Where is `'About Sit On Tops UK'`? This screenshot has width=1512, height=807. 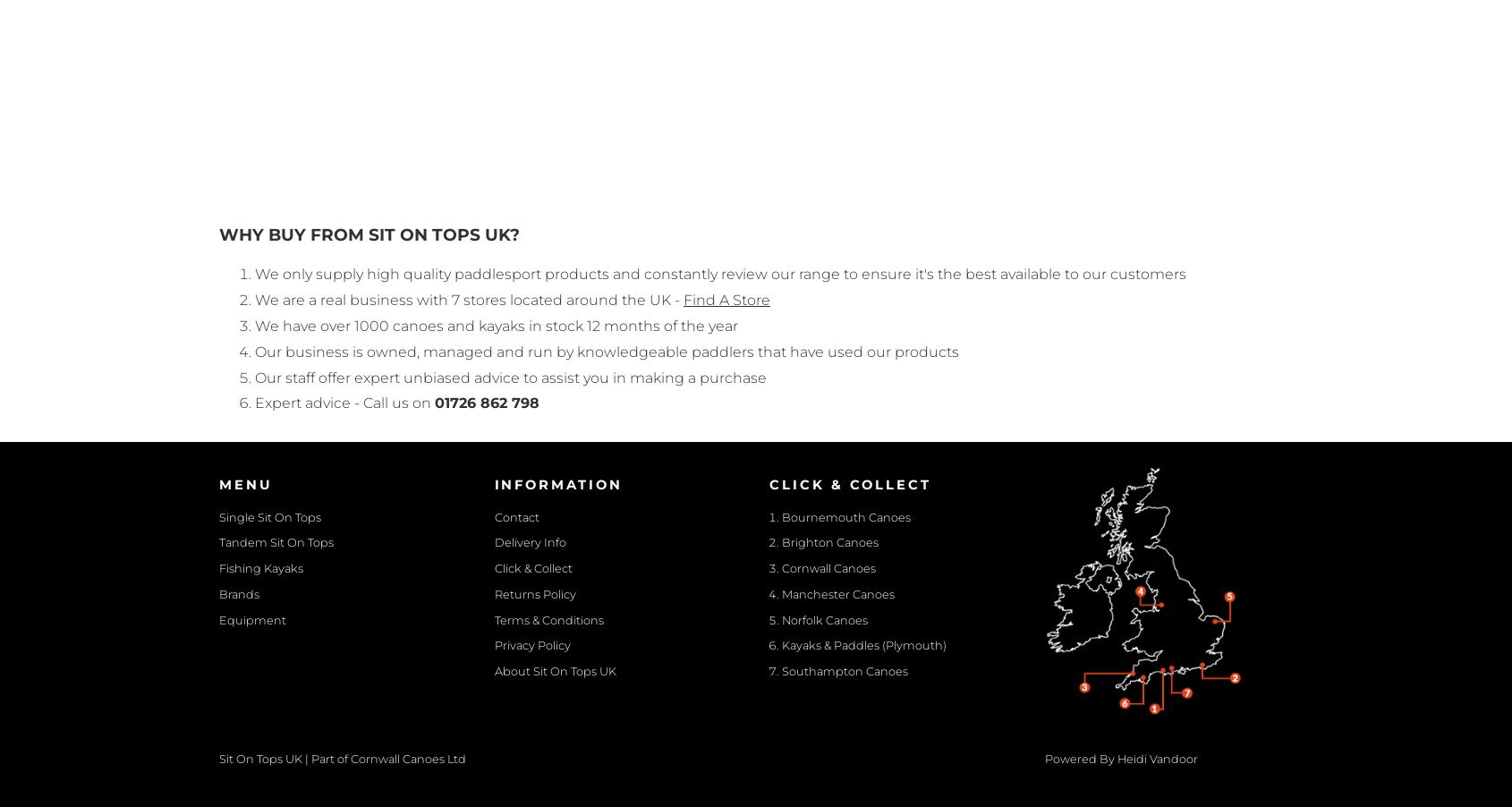 'About Sit On Tops UK' is located at coordinates (555, 671).